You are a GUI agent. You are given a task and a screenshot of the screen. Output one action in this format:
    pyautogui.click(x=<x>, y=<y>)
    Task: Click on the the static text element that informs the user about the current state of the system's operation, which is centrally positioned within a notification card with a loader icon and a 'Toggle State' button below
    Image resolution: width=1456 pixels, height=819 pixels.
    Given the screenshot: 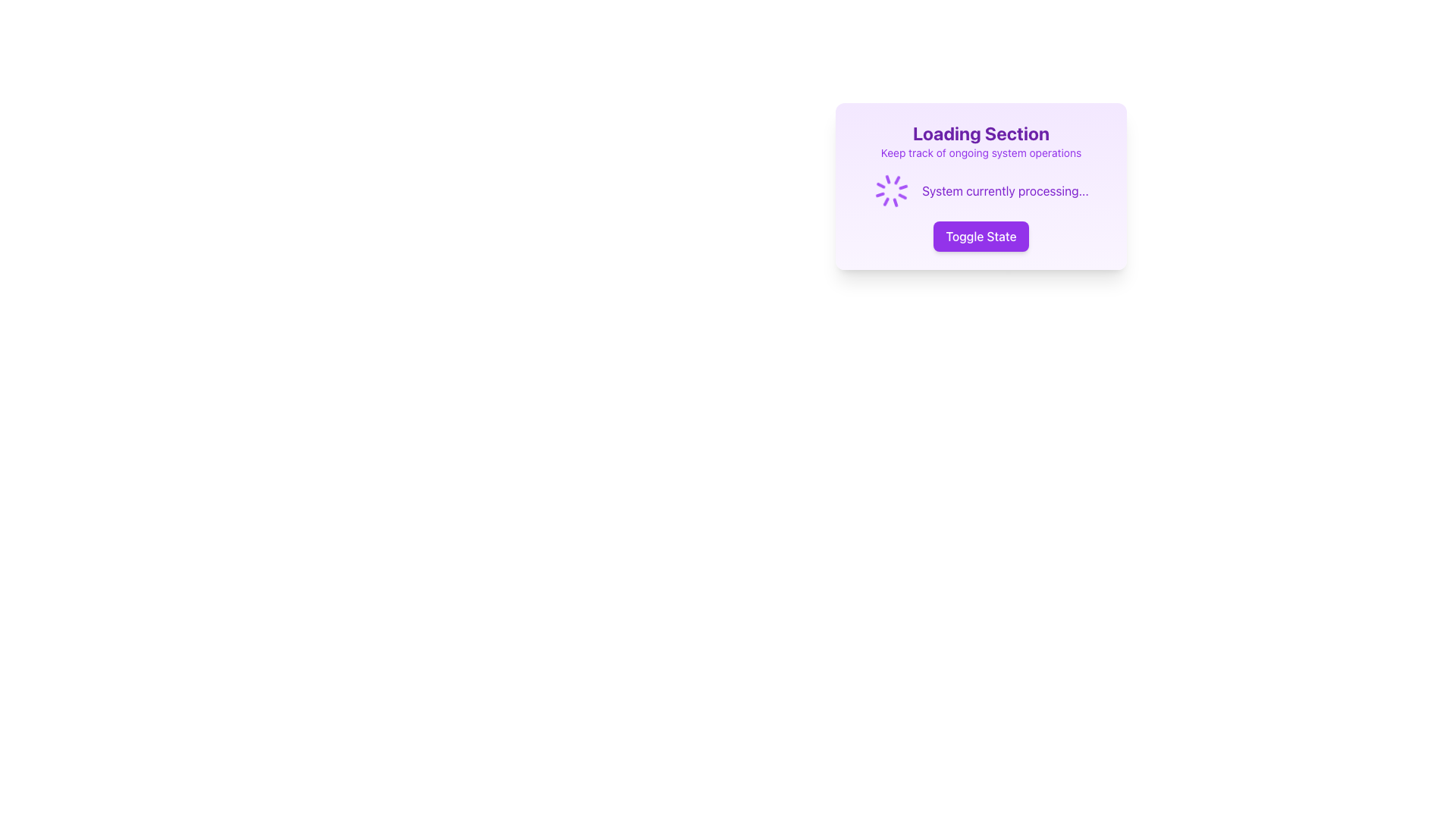 What is the action you would take?
    pyautogui.click(x=1005, y=190)
    